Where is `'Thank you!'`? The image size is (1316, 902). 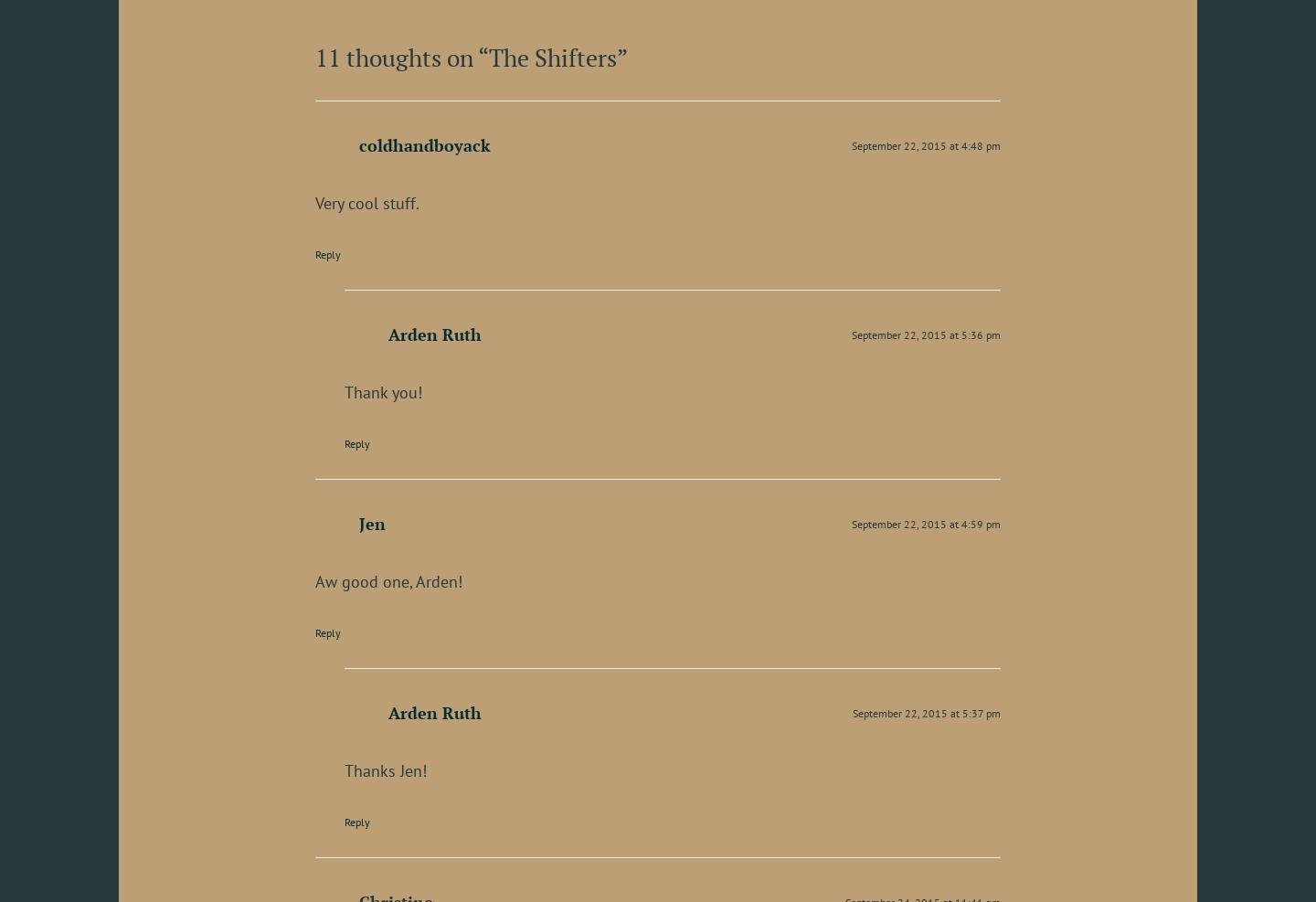 'Thank you!' is located at coordinates (382, 390).